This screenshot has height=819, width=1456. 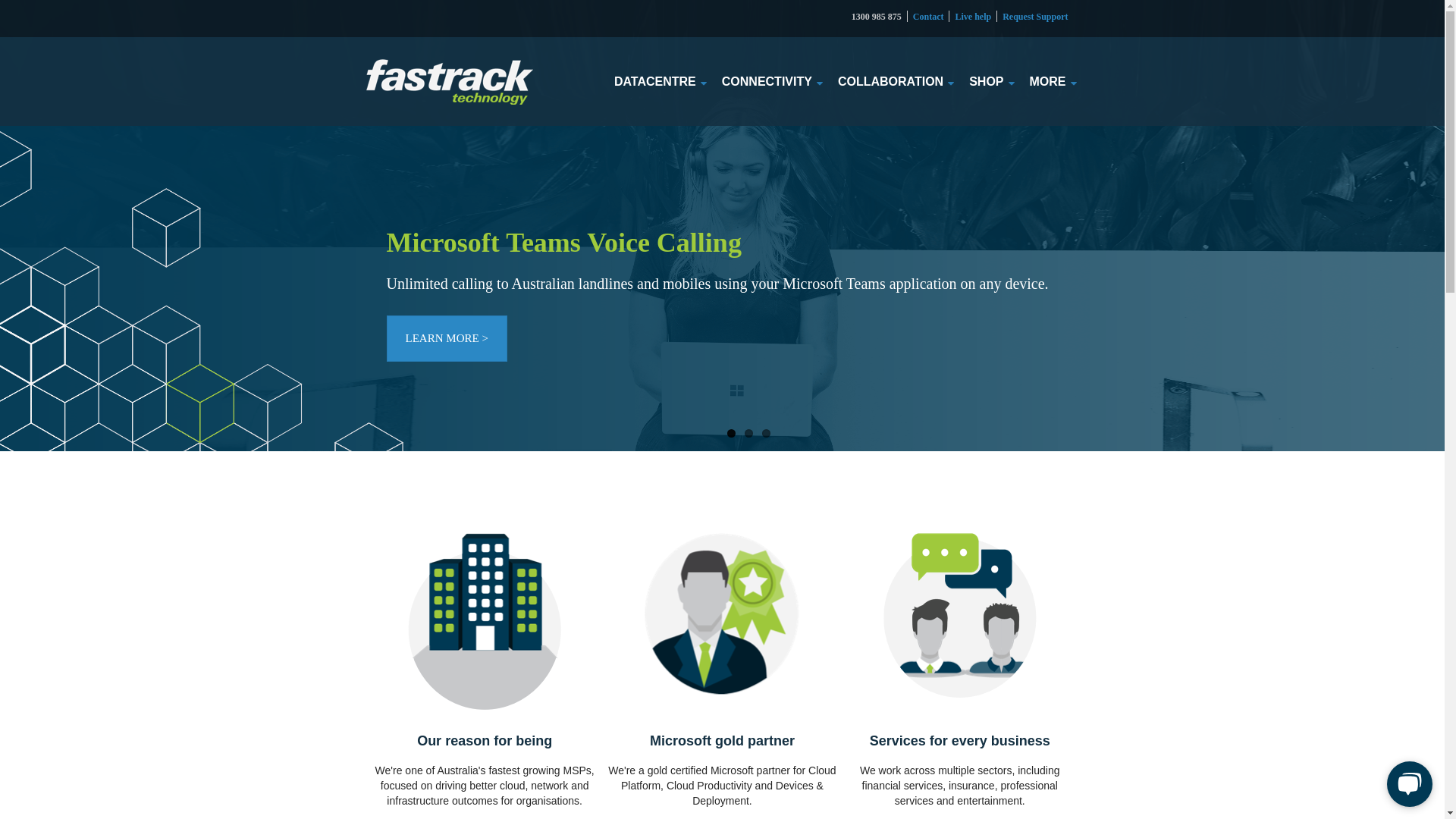 What do you see at coordinates (765, 433) in the screenshot?
I see `'3'` at bounding box center [765, 433].